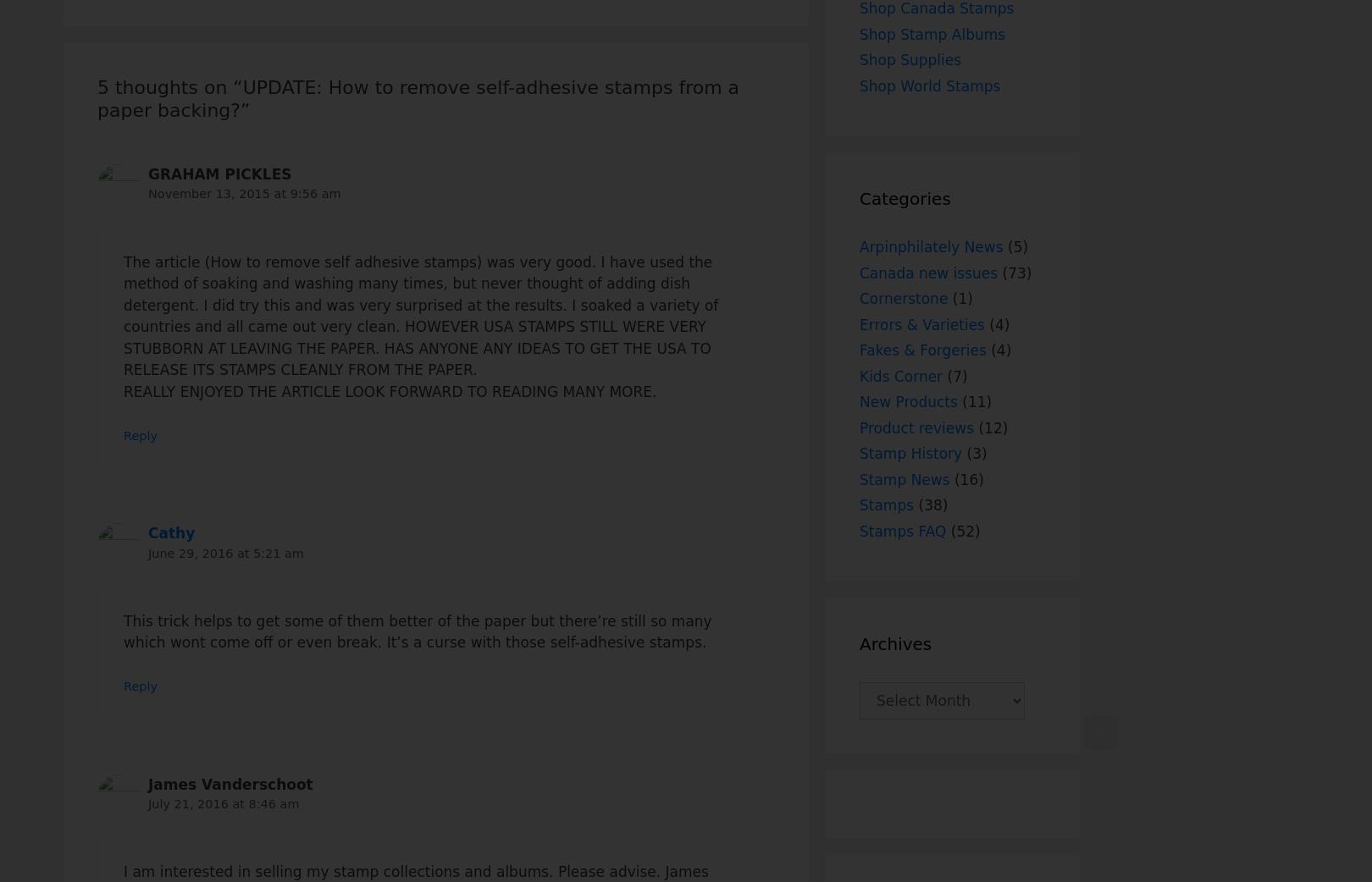 The width and height of the screenshot is (1372, 882). I want to click on 'James Vanderschoot', so click(147, 783).